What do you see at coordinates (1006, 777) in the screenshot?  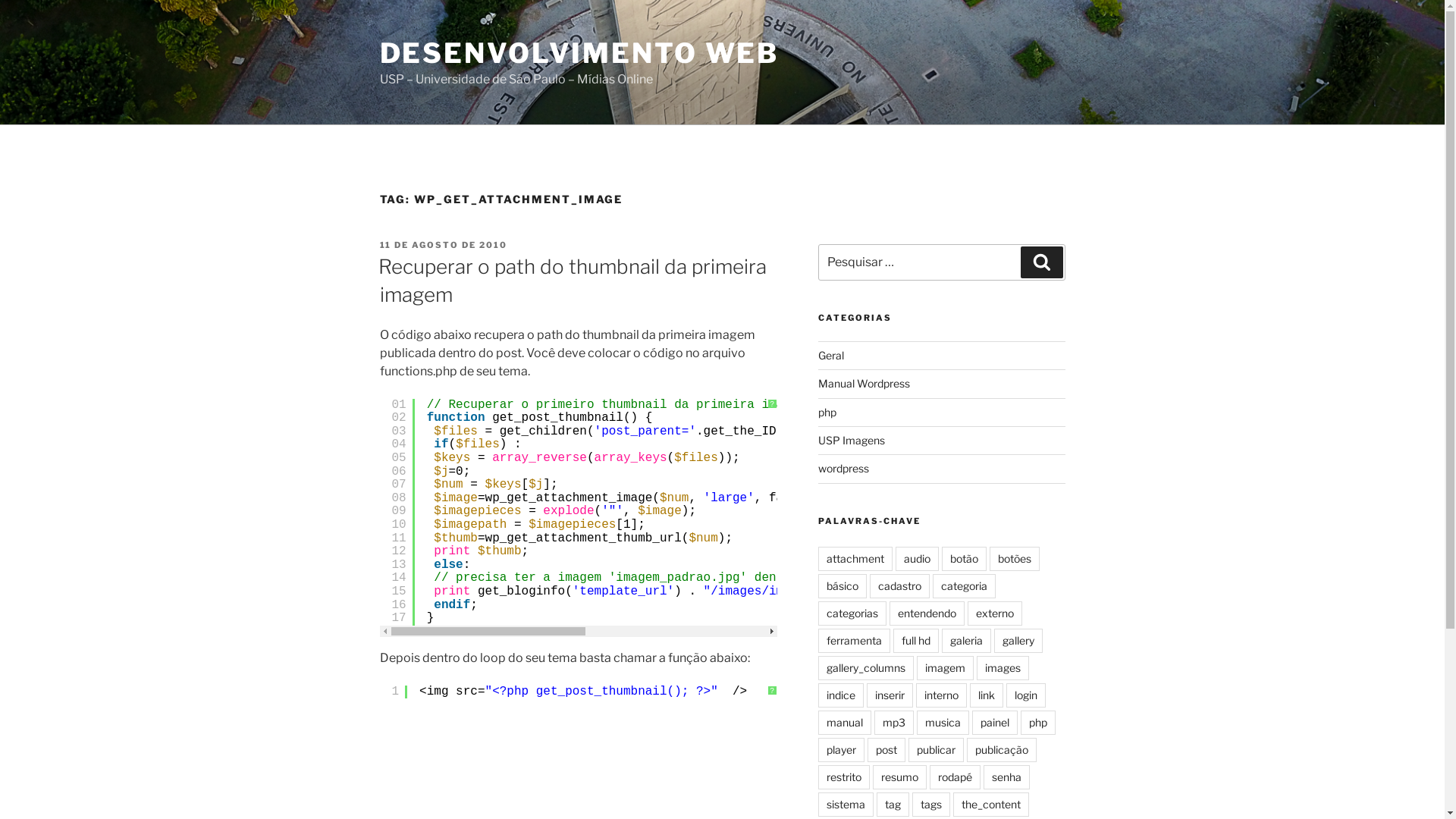 I see `'senha'` at bounding box center [1006, 777].